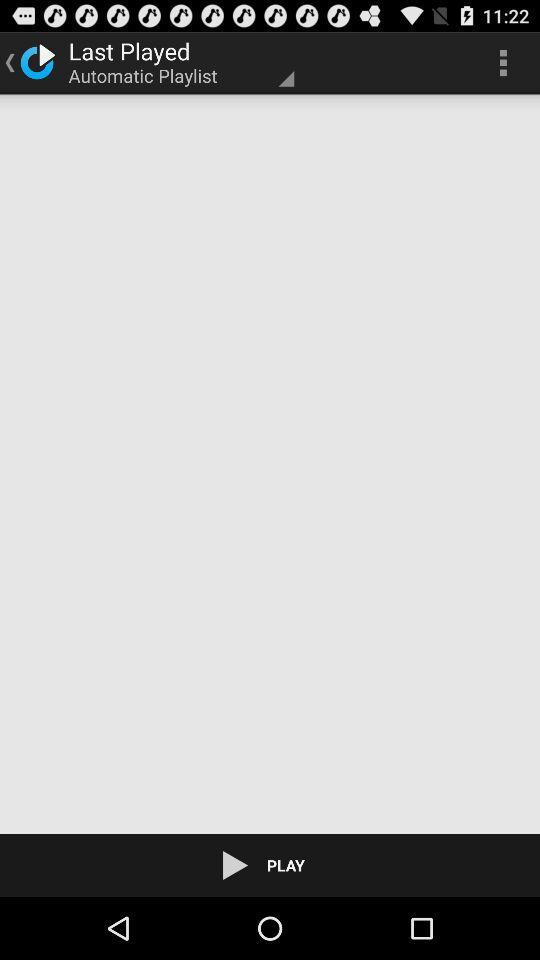 This screenshot has width=540, height=960. I want to click on icon next to the automatic playlist, so click(502, 62).